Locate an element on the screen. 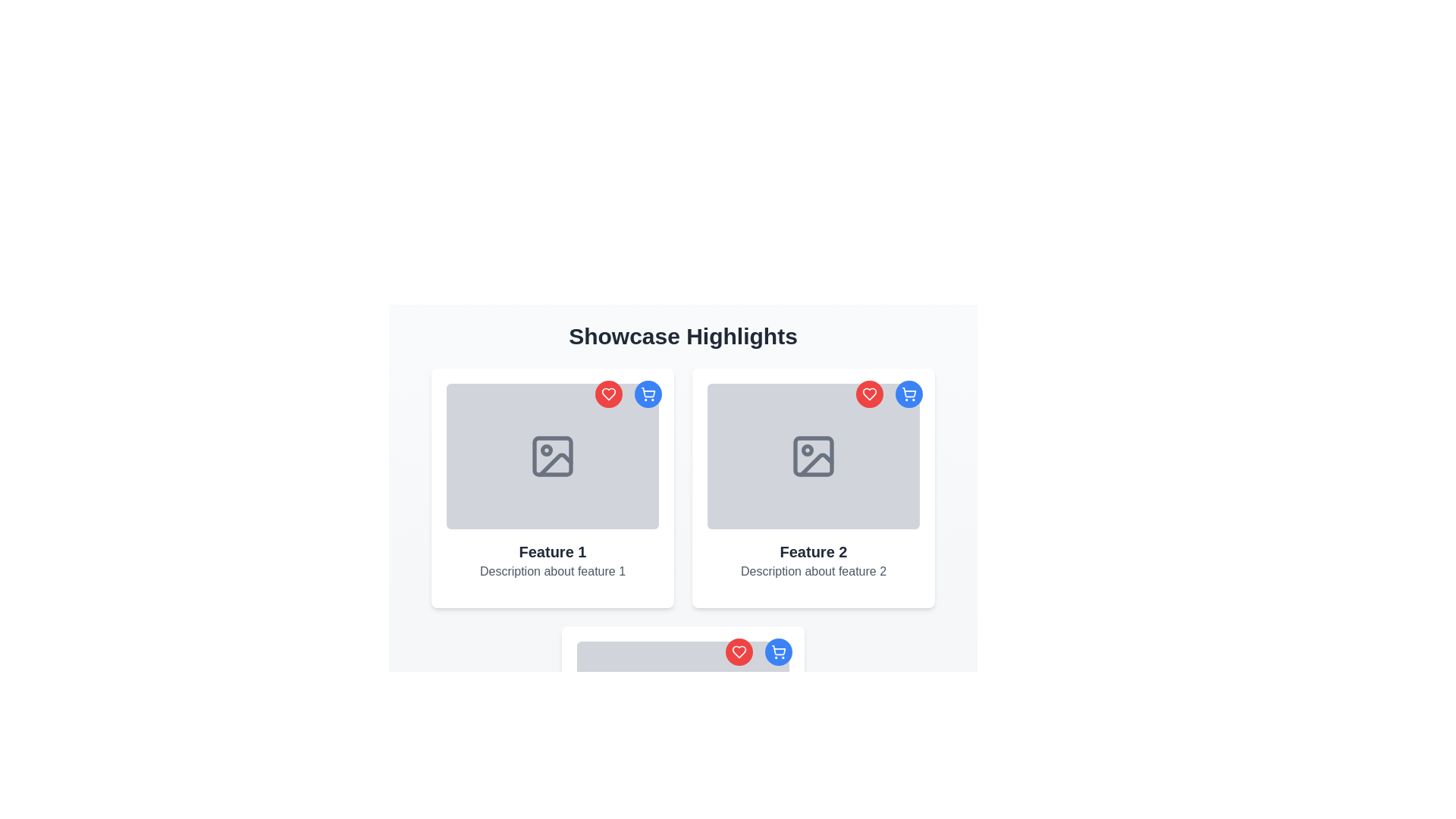 This screenshot has width=1456, height=819. the circular blue button with a white shopping cart icon is located at coordinates (909, 394).